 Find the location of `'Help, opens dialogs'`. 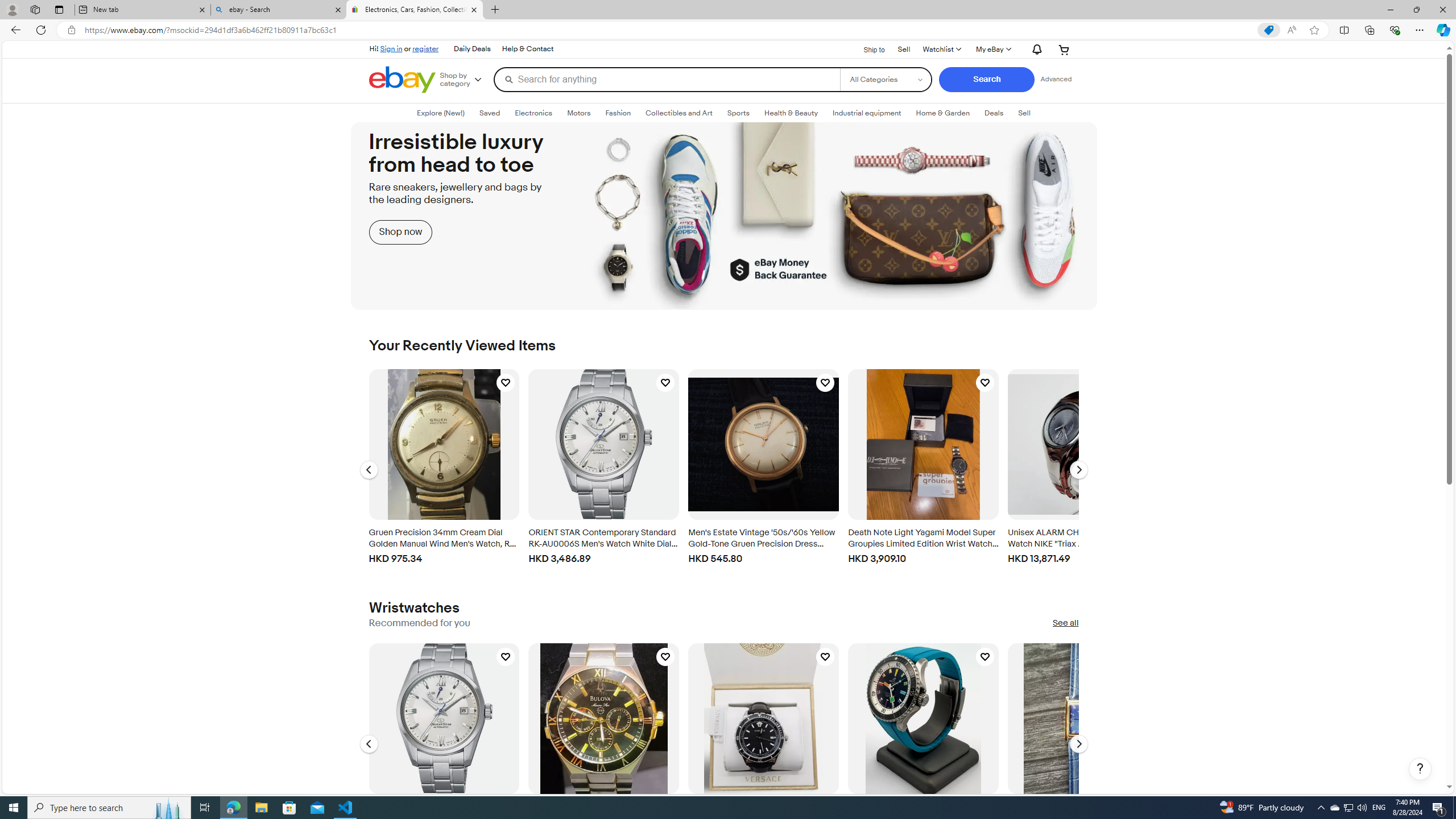

'Help, opens dialogs' is located at coordinates (1420, 768).